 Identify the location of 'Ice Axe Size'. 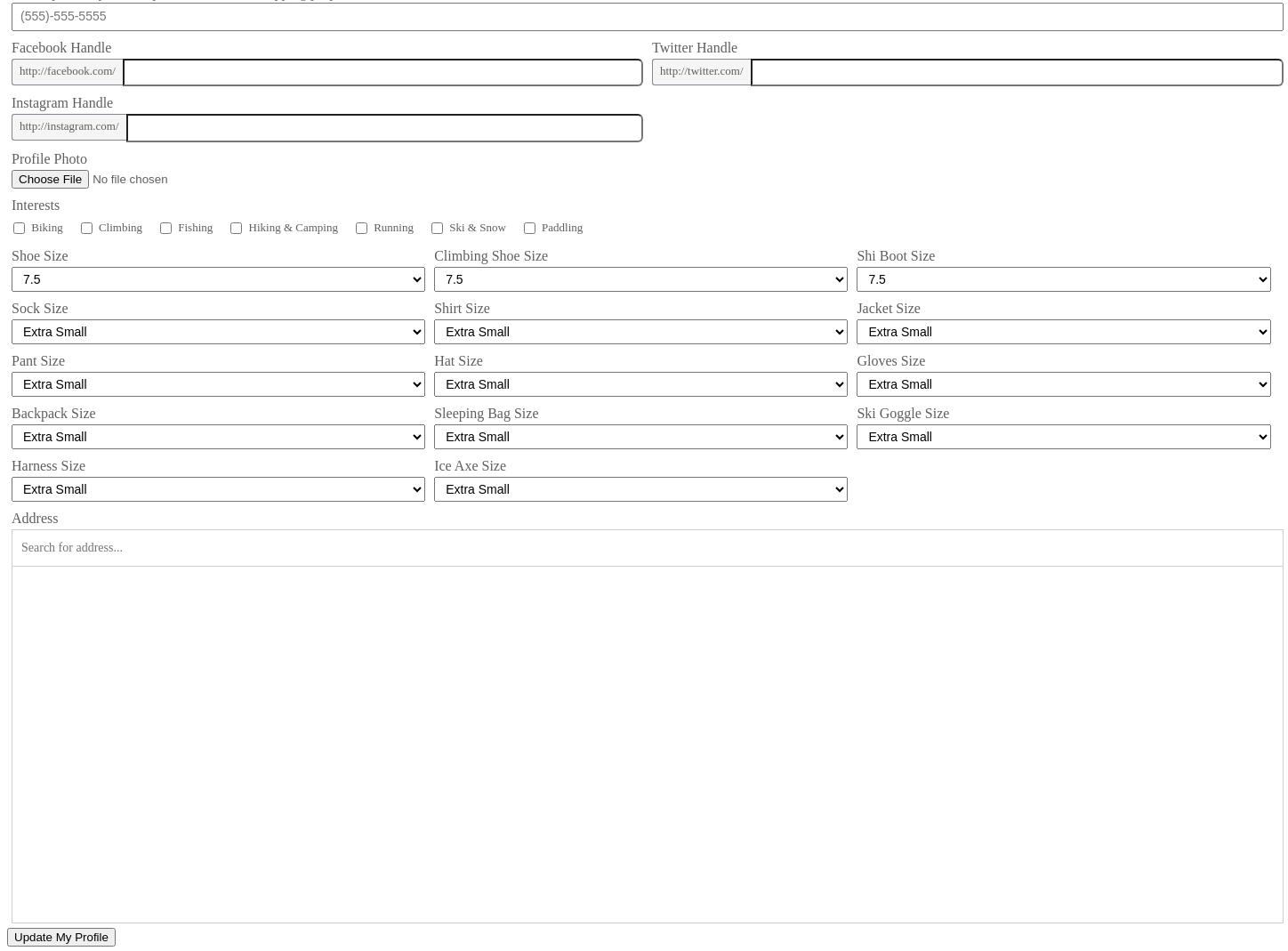
(469, 464).